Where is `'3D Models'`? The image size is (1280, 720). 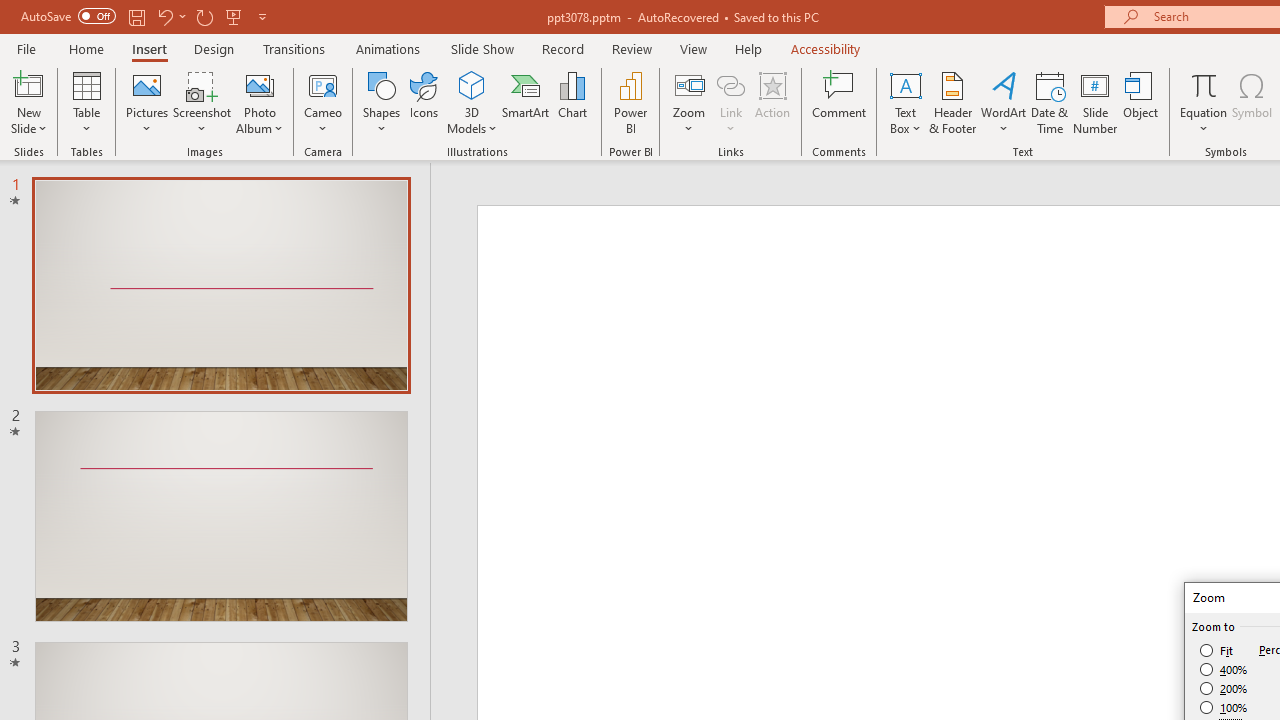 '3D Models' is located at coordinates (471, 103).